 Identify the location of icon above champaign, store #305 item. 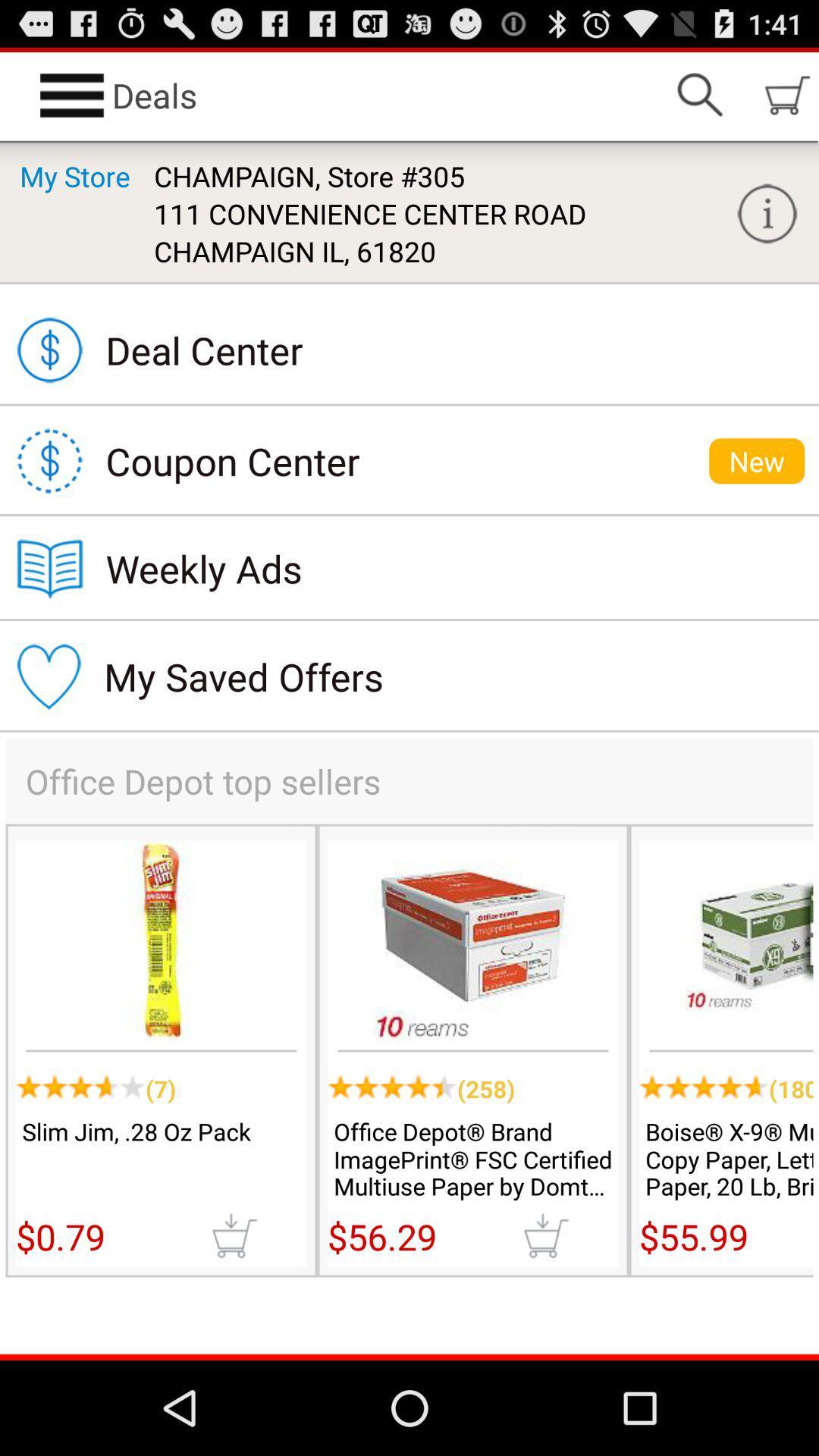
(699, 94).